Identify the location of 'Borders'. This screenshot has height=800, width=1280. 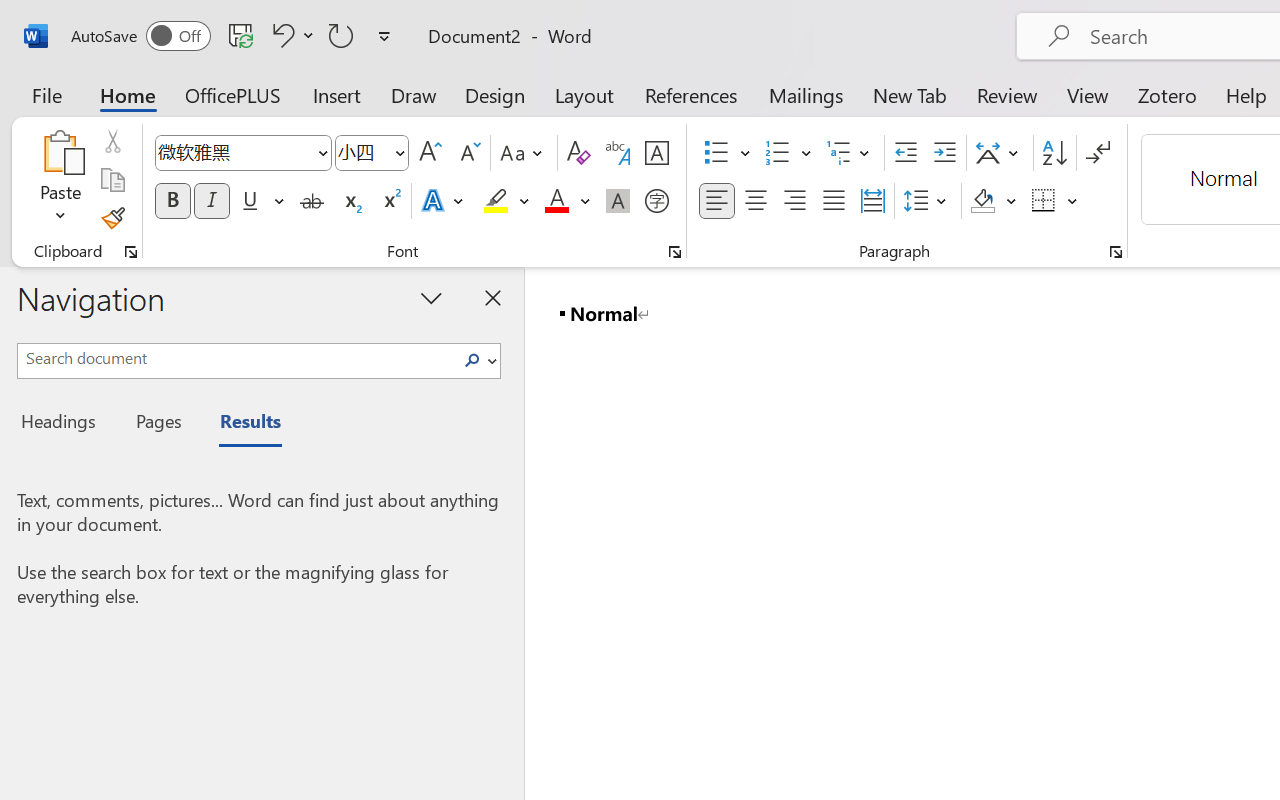
(1054, 201).